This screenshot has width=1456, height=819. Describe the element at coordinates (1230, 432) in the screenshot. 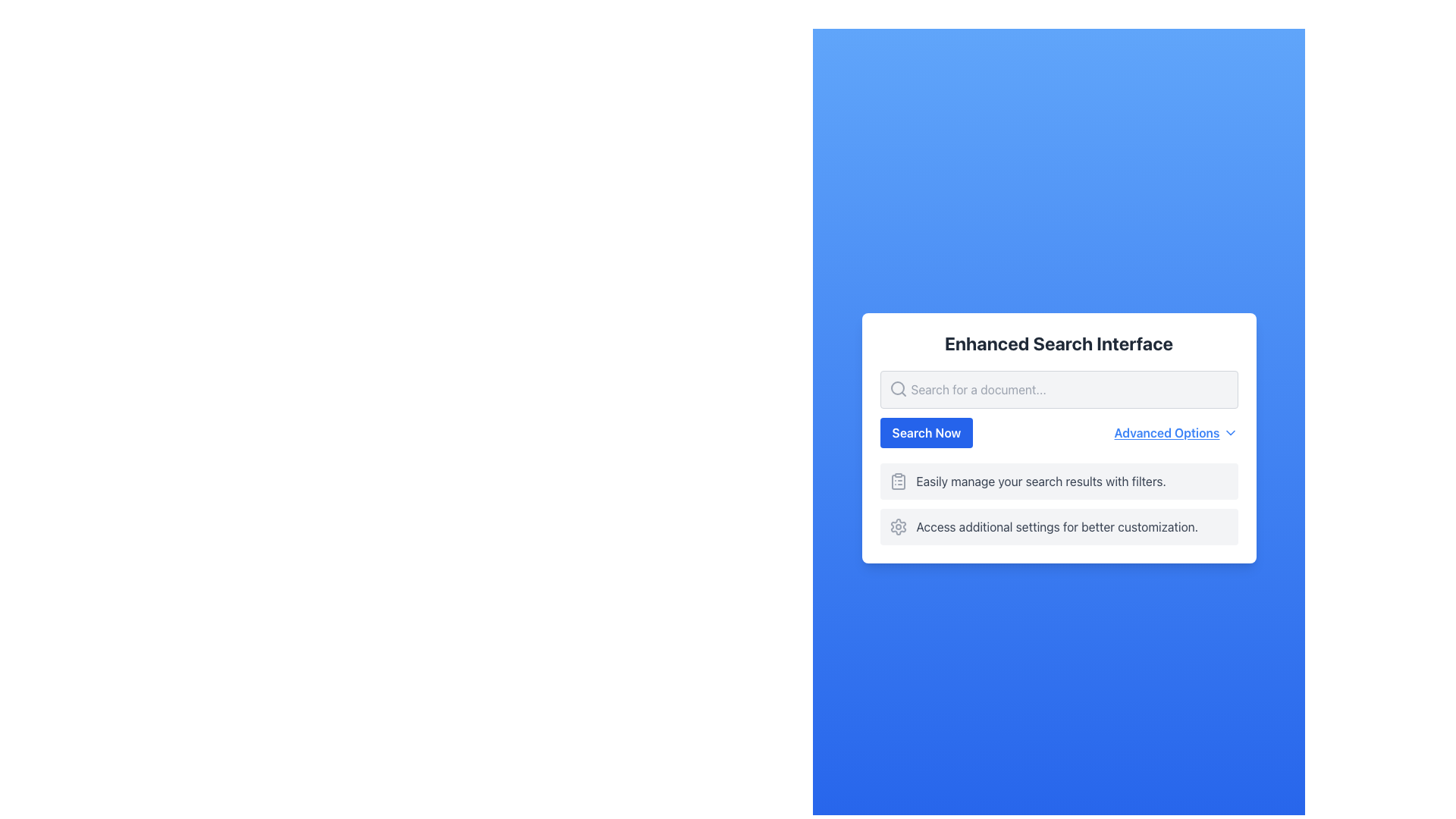

I see `the icon next to the 'Advanced Options' text` at that location.